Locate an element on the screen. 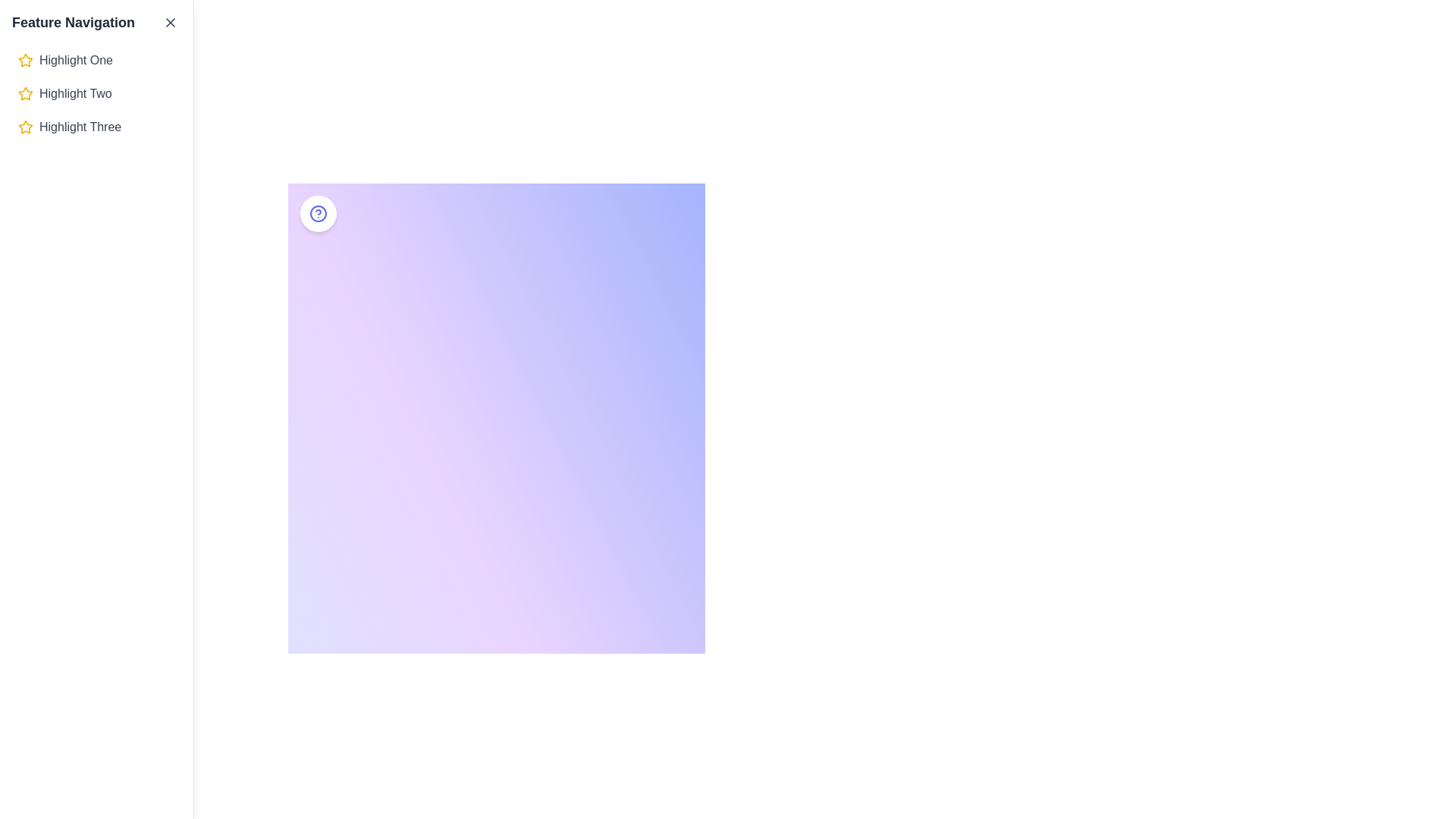  the close icon button located at the top-right corner of the 'Feature Navigation' sidebar to observe its hover effect is located at coordinates (171, 23).